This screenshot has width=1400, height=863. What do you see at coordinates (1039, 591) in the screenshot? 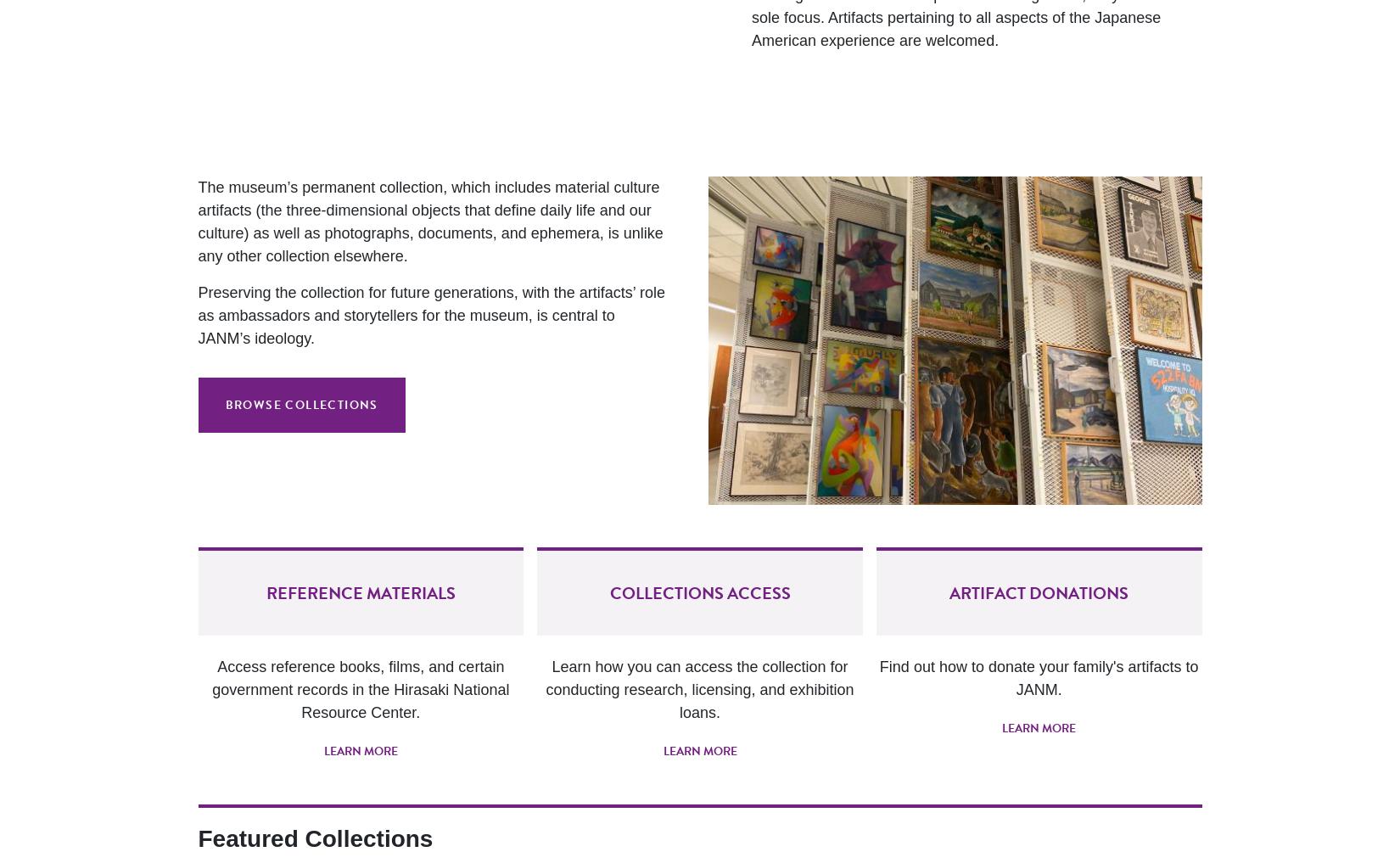
I see `'Artifact Donations'` at bounding box center [1039, 591].